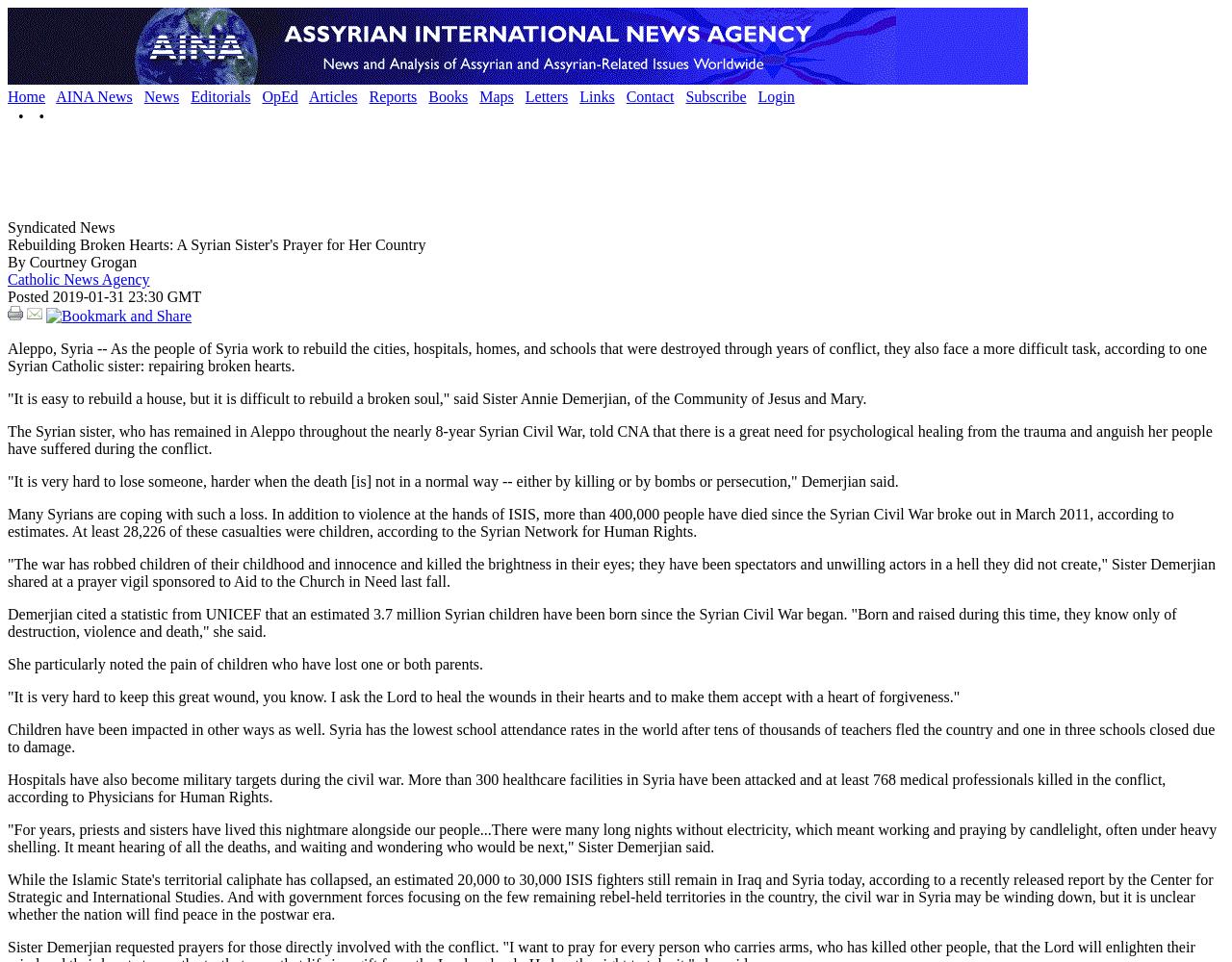 This screenshot has width=1232, height=962. Describe the element at coordinates (72, 262) in the screenshot. I see `'By Courtney Grogan'` at that location.